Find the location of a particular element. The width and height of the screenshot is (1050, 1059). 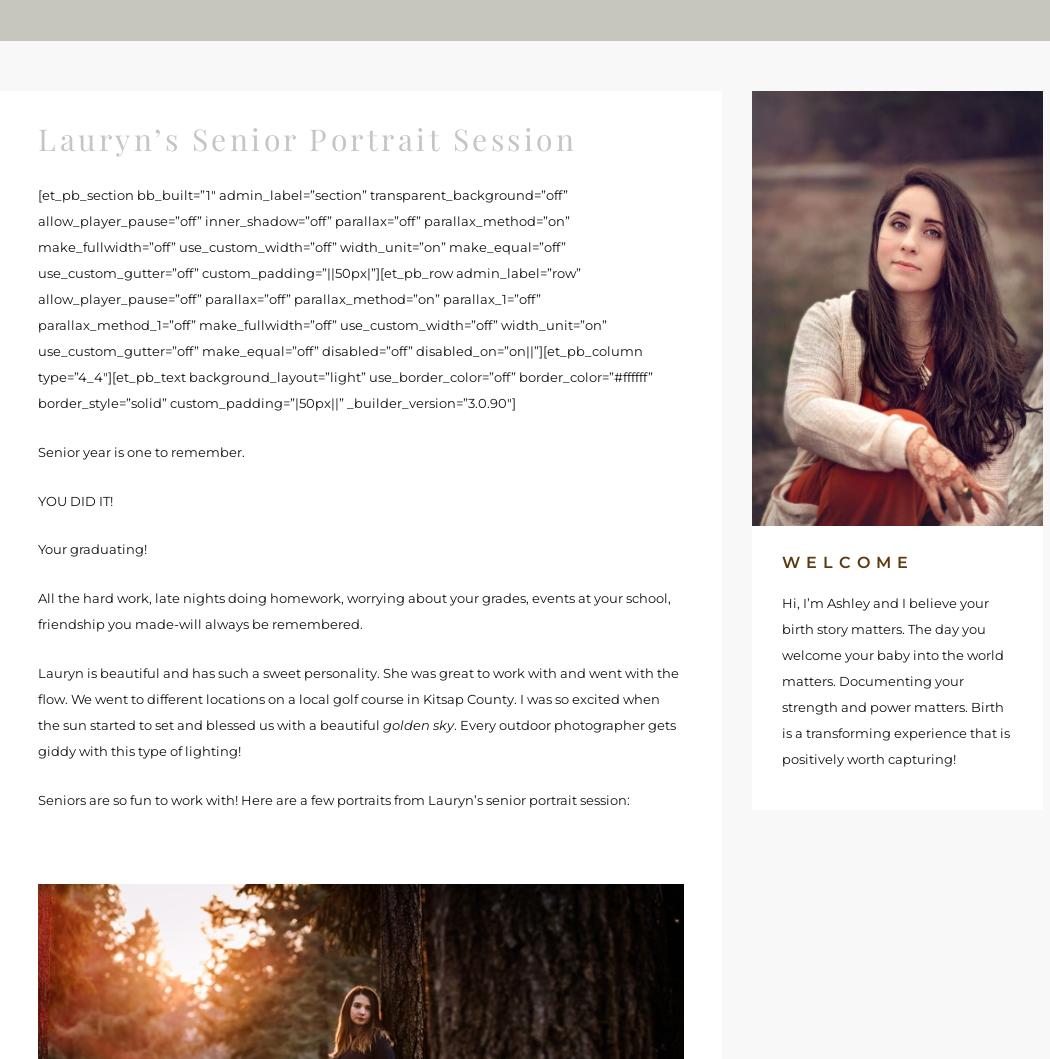

'Seniors are so fun to work with! Here are a few portraits from Lauryn’s senior portrait session:' is located at coordinates (334, 798).